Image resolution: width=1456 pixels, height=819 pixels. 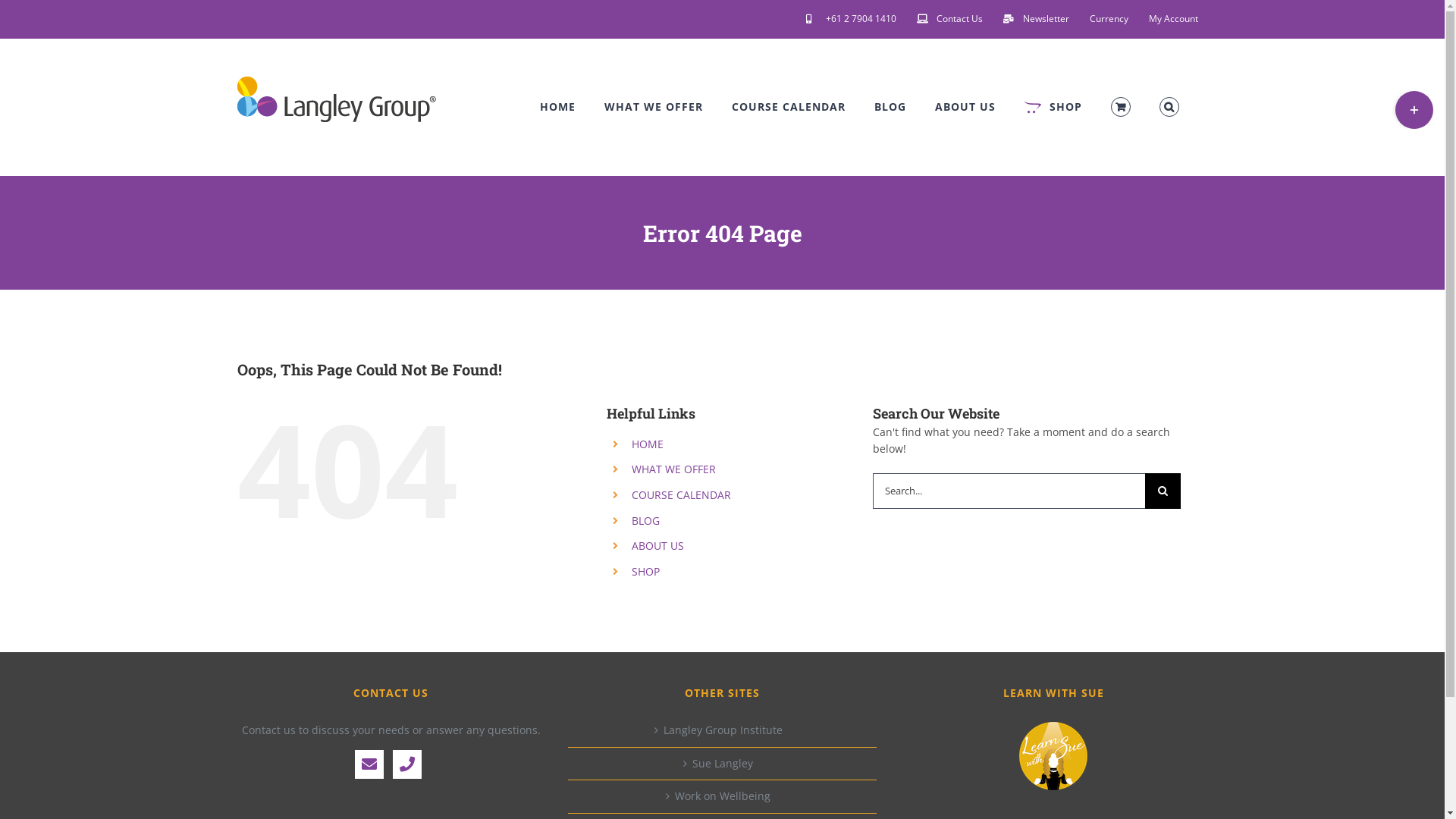 What do you see at coordinates (722, 763) in the screenshot?
I see `'Sue Langley'` at bounding box center [722, 763].